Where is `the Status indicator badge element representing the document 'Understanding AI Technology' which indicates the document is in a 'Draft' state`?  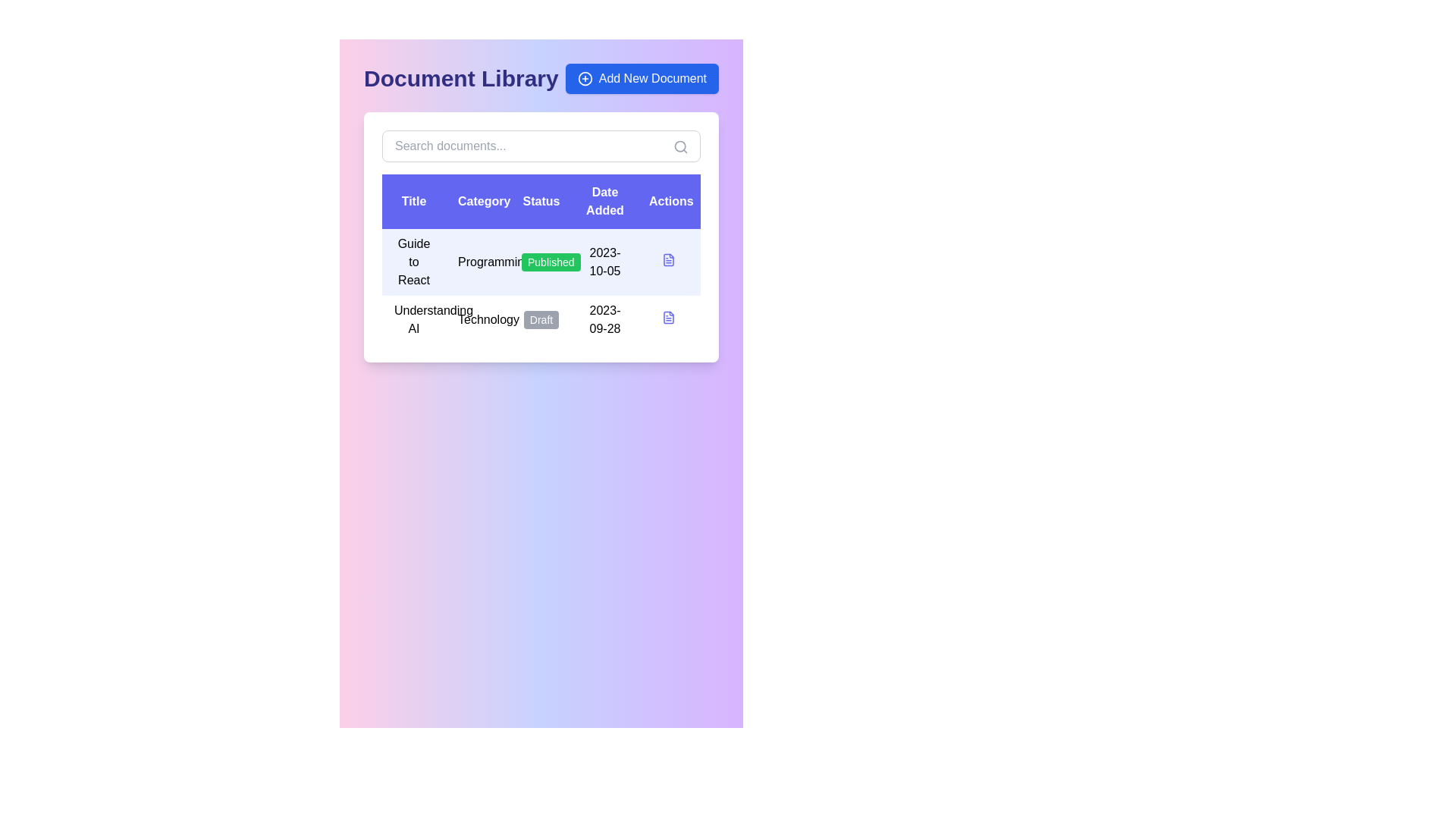
the Status indicator badge element representing the document 'Understanding AI Technology' which indicates the document is in a 'Draft' state is located at coordinates (541, 318).